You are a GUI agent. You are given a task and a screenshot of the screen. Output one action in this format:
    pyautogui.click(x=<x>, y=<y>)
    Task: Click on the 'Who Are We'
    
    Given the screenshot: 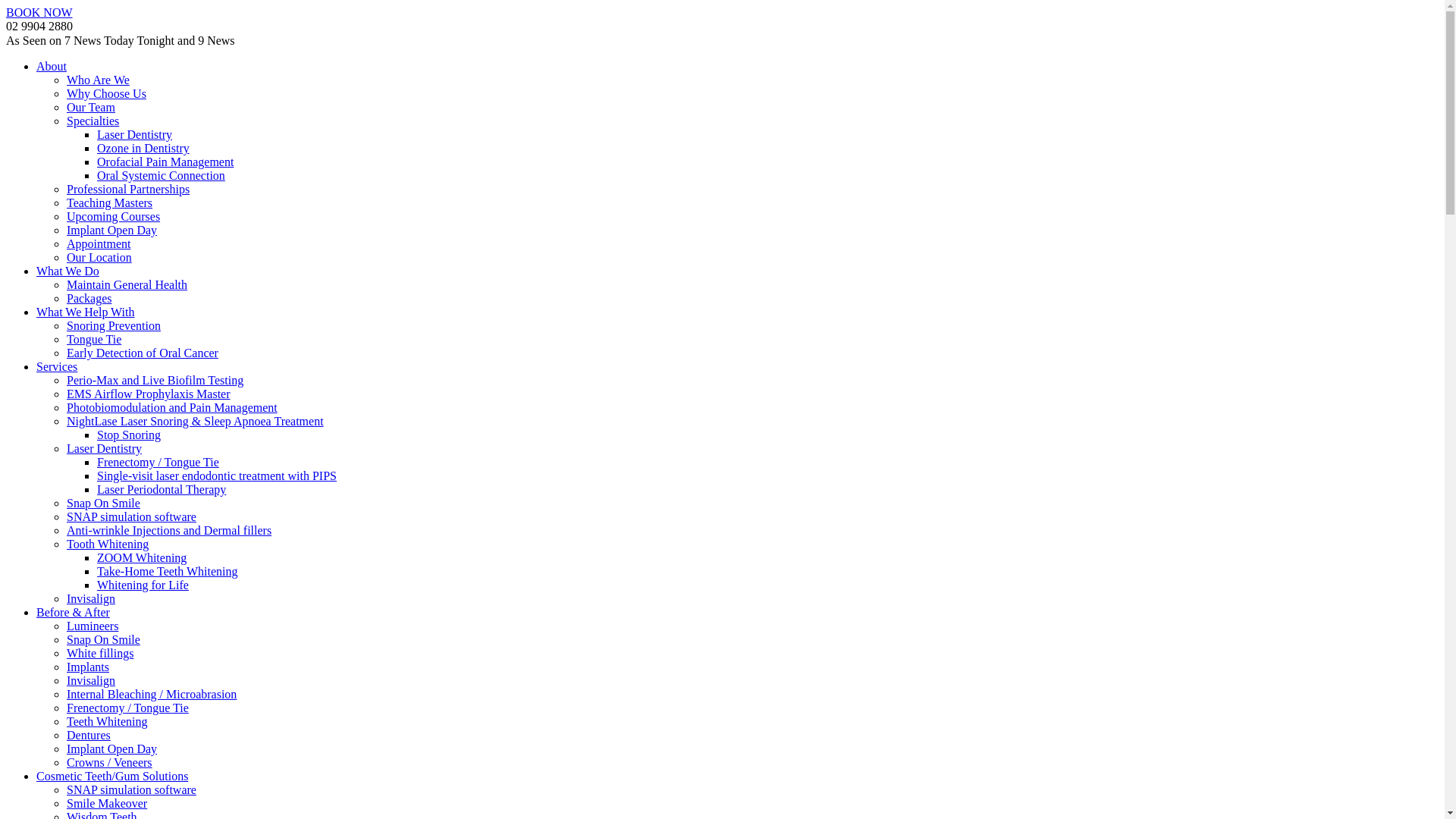 What is the action you would take?
    pyautogui.click(x=65, y=80)
    